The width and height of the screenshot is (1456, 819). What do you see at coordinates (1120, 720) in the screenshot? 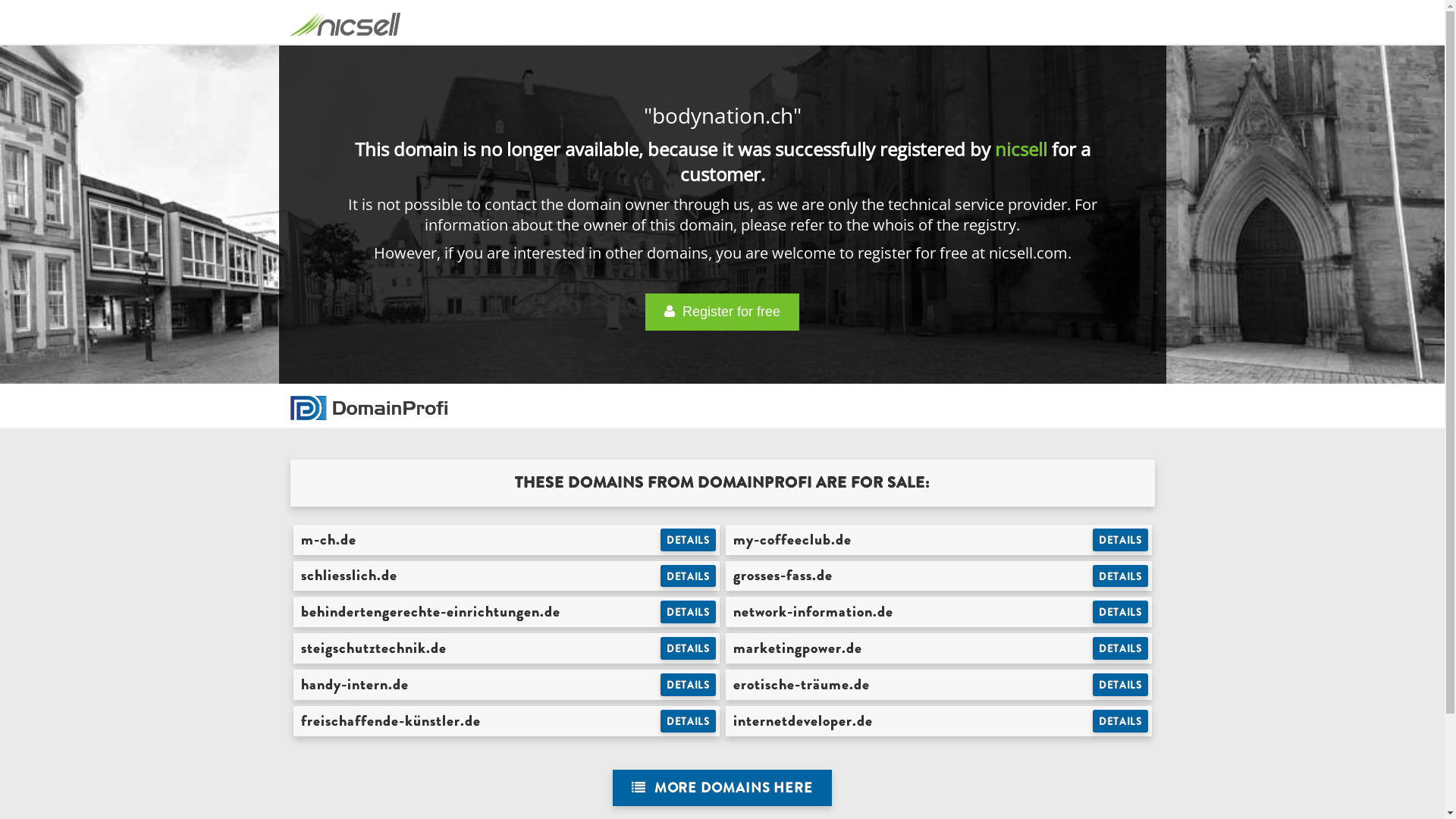
I see `'DETAILS'` at bounding box center [1120, 720].